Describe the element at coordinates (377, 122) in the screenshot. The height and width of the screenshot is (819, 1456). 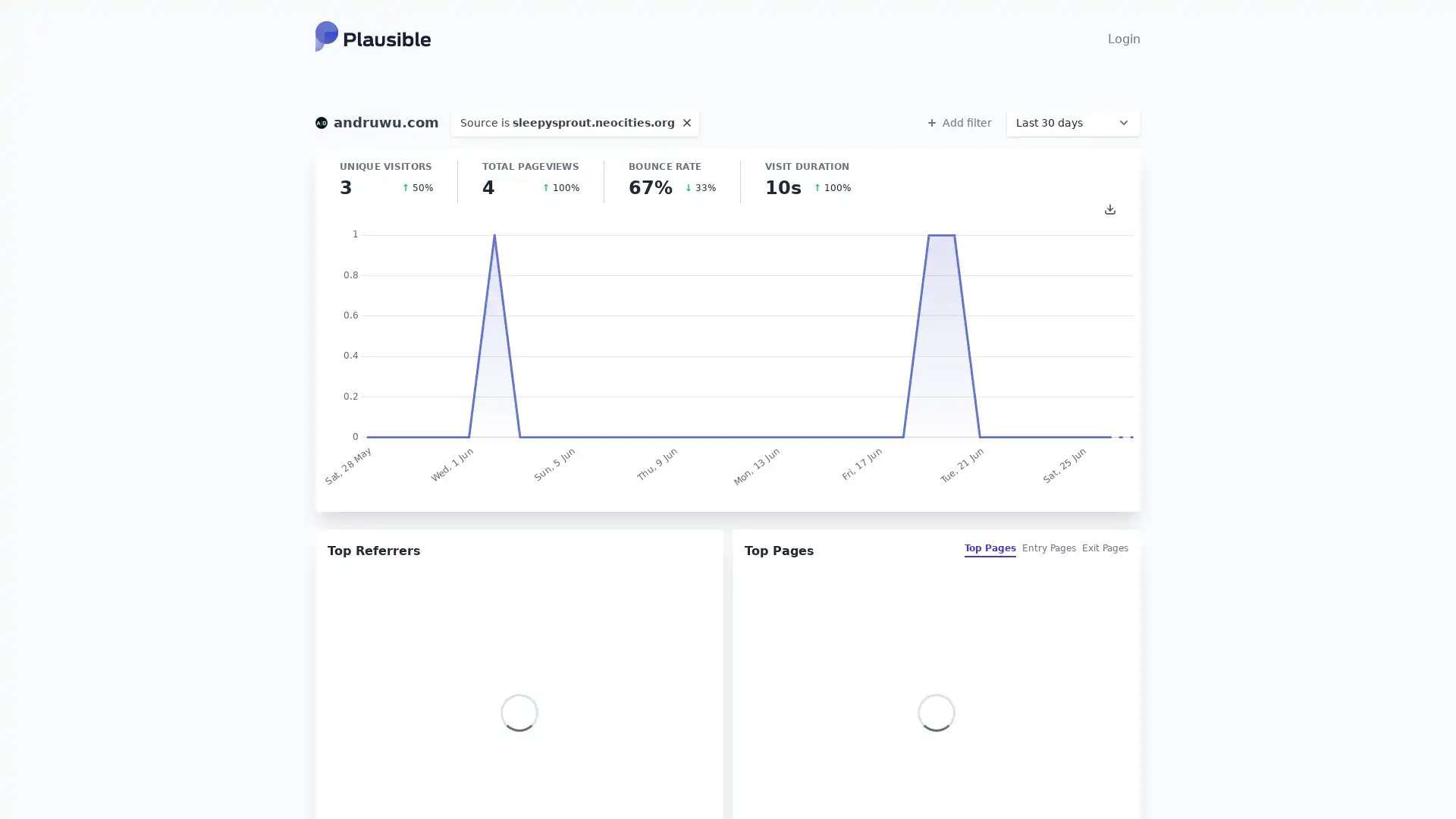
I see `andruwu.com` at that location.